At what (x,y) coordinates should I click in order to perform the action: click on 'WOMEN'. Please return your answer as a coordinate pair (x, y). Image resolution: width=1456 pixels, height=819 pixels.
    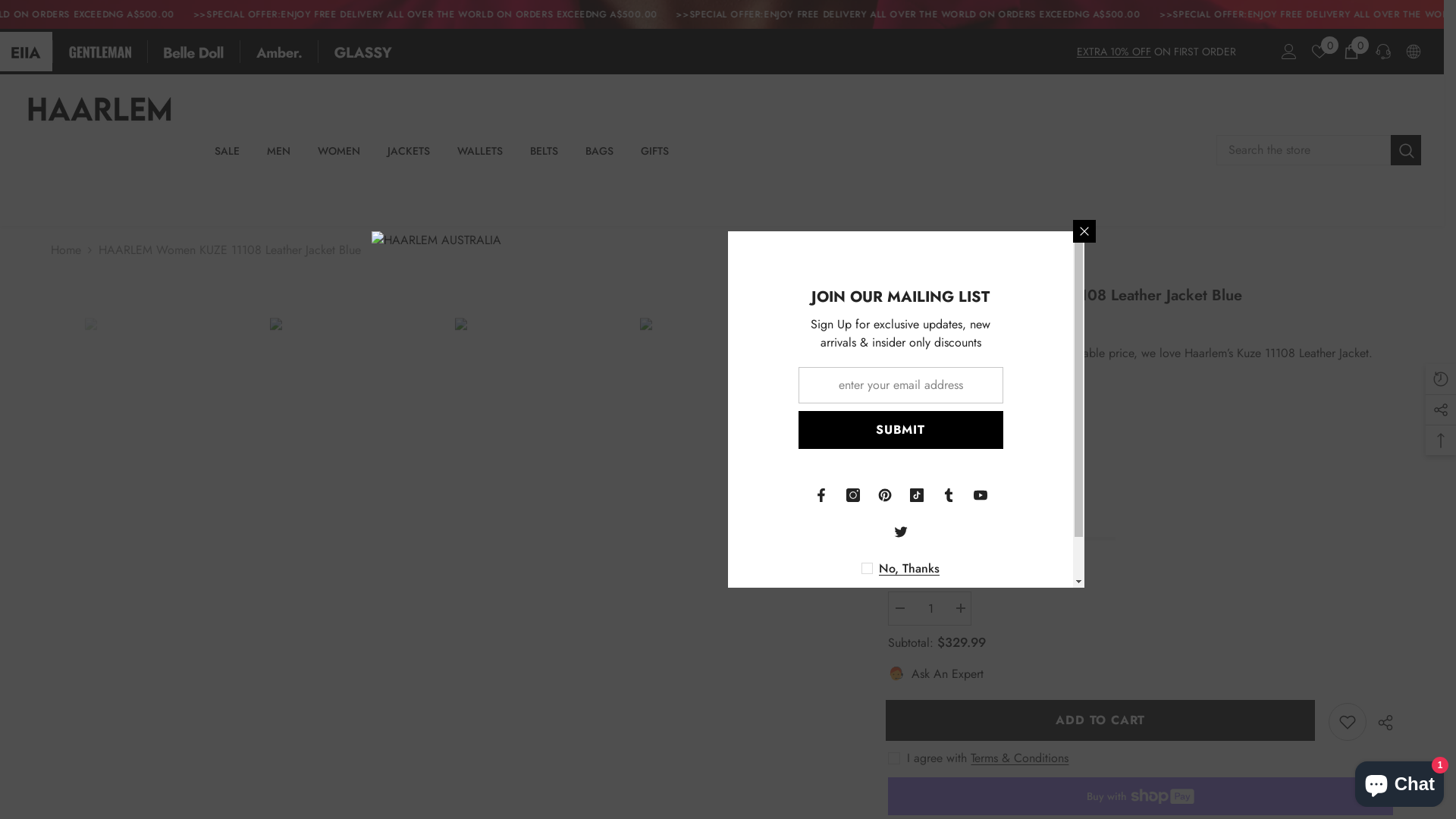
    Looking at the image, I should click on (303, 157).